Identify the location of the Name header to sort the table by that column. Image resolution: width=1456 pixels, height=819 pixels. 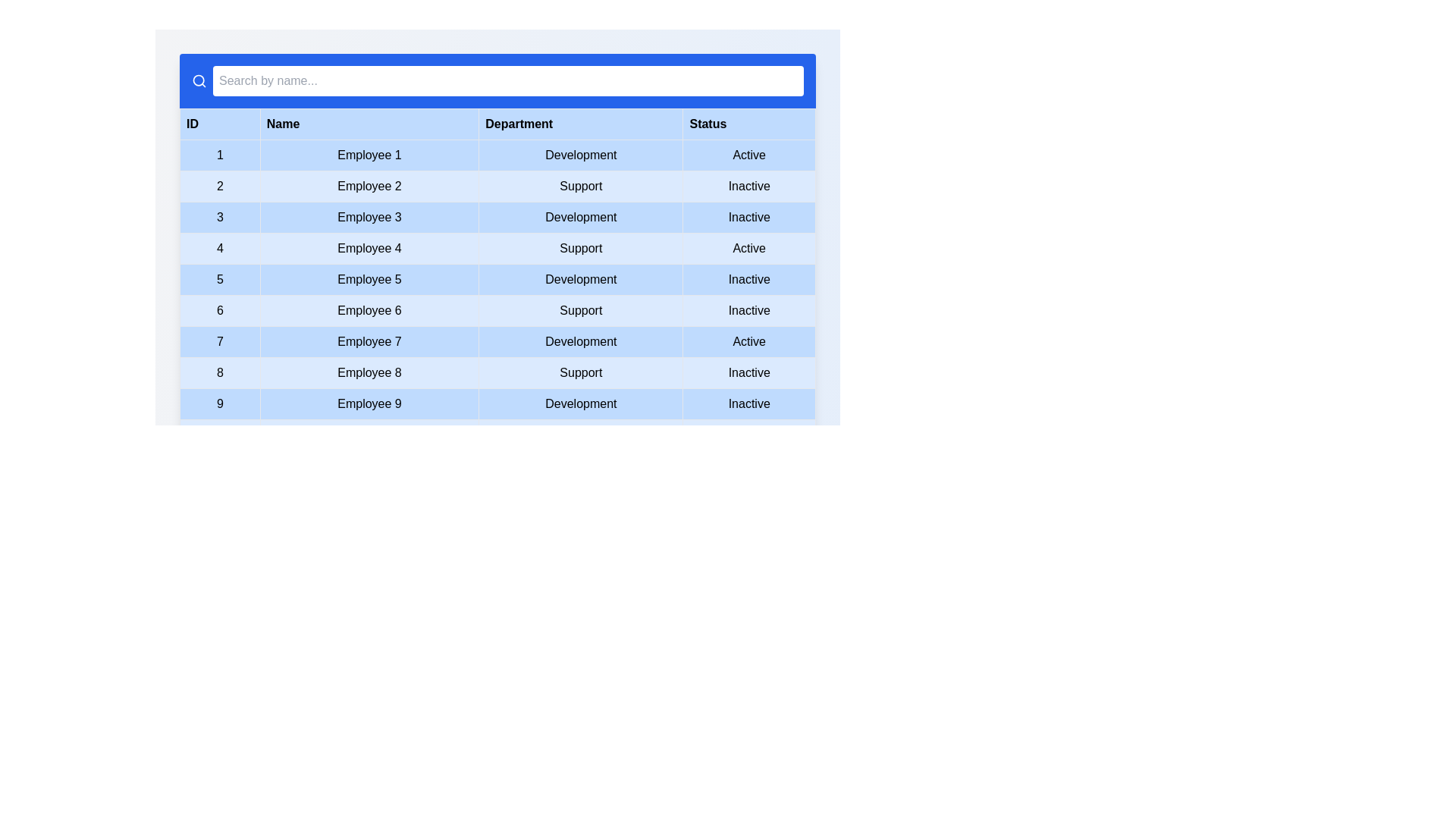
(369, 124).